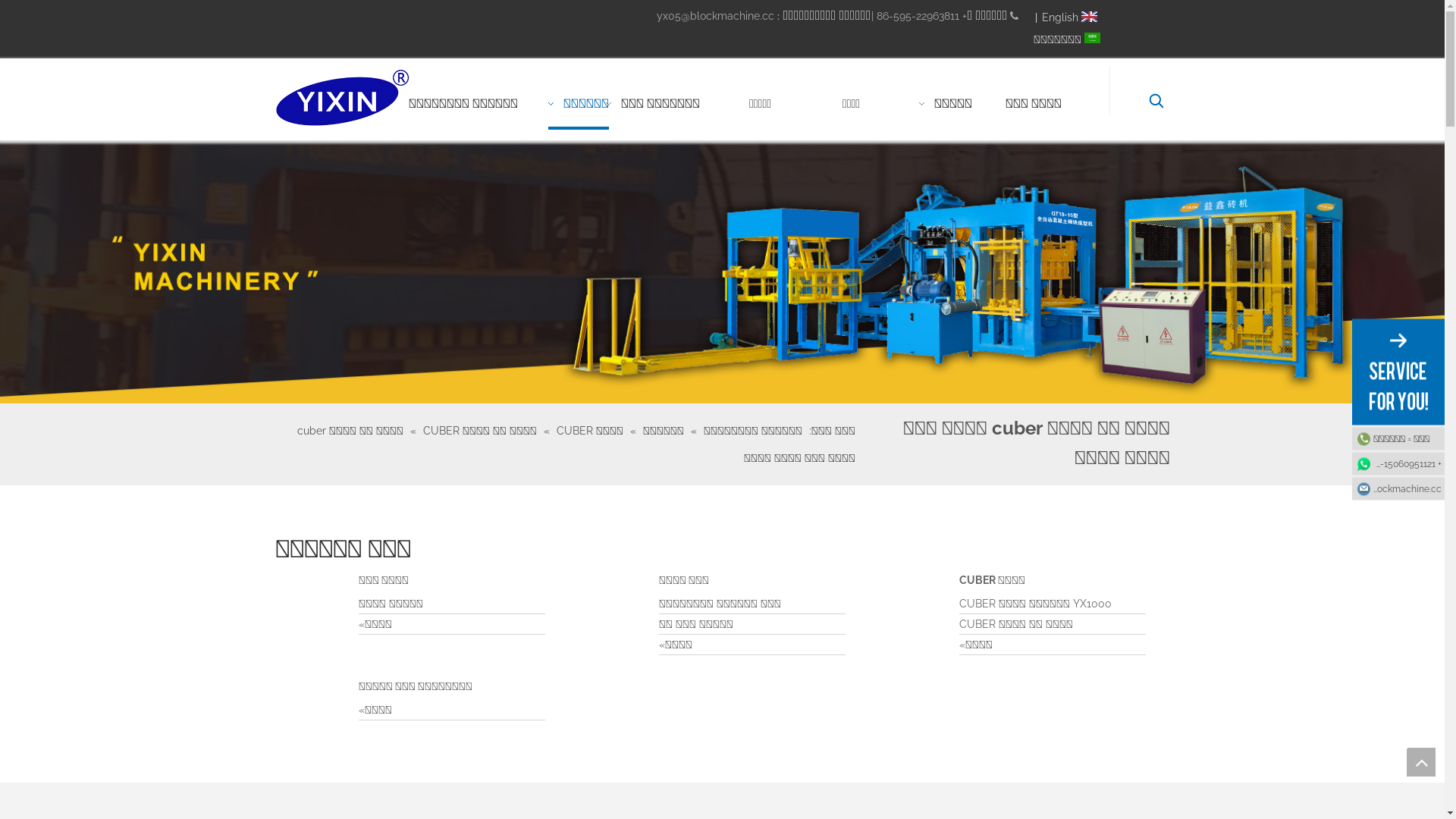  What do you see at coordinates (1070, 17) in the screenshot?
I see `'English'` at bounding box center [1070, 17].